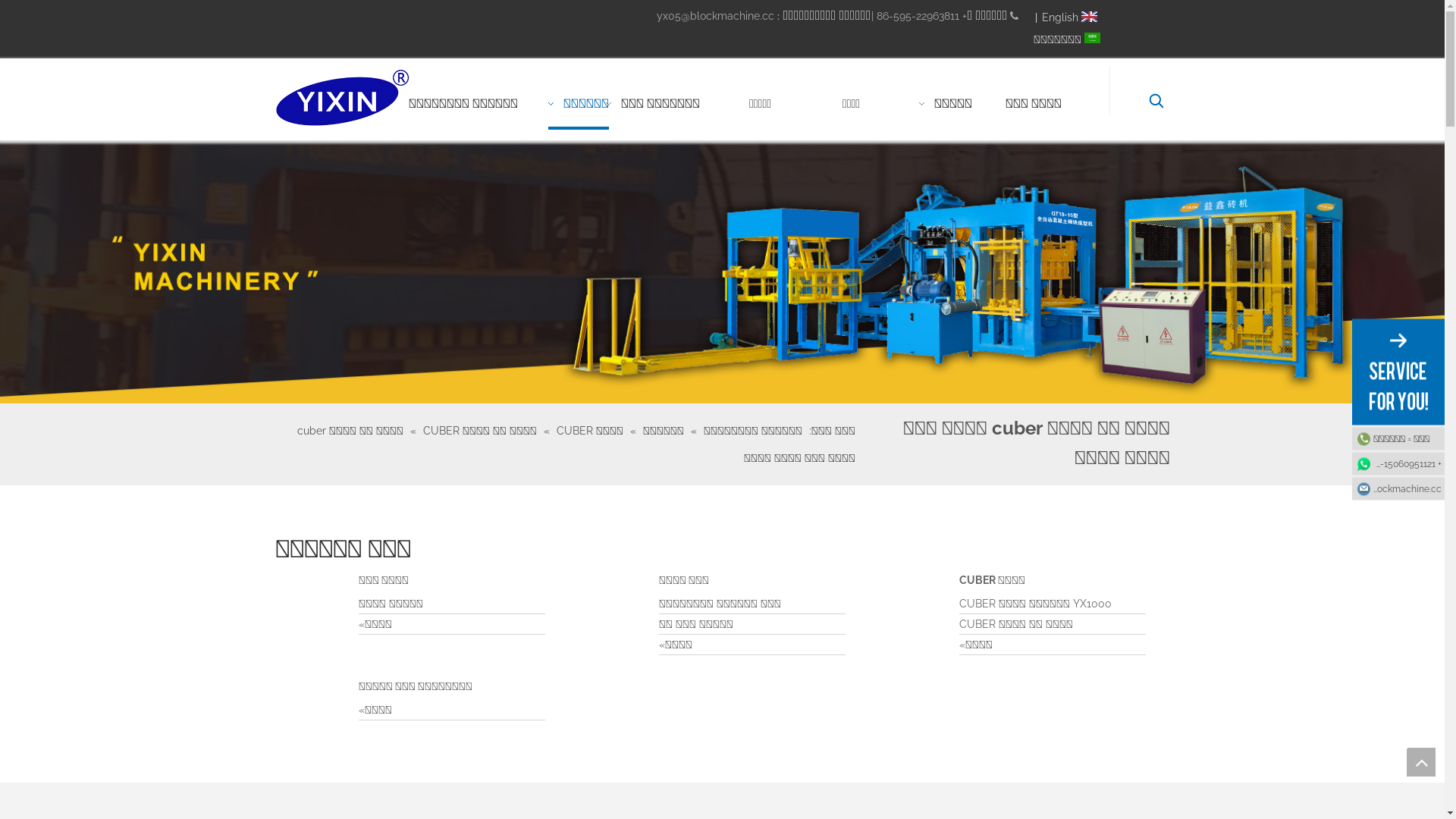  What do you see at coordinates (1070, 17) in the screenshot?
I see `'English'` at bounding box center [1070, 17].